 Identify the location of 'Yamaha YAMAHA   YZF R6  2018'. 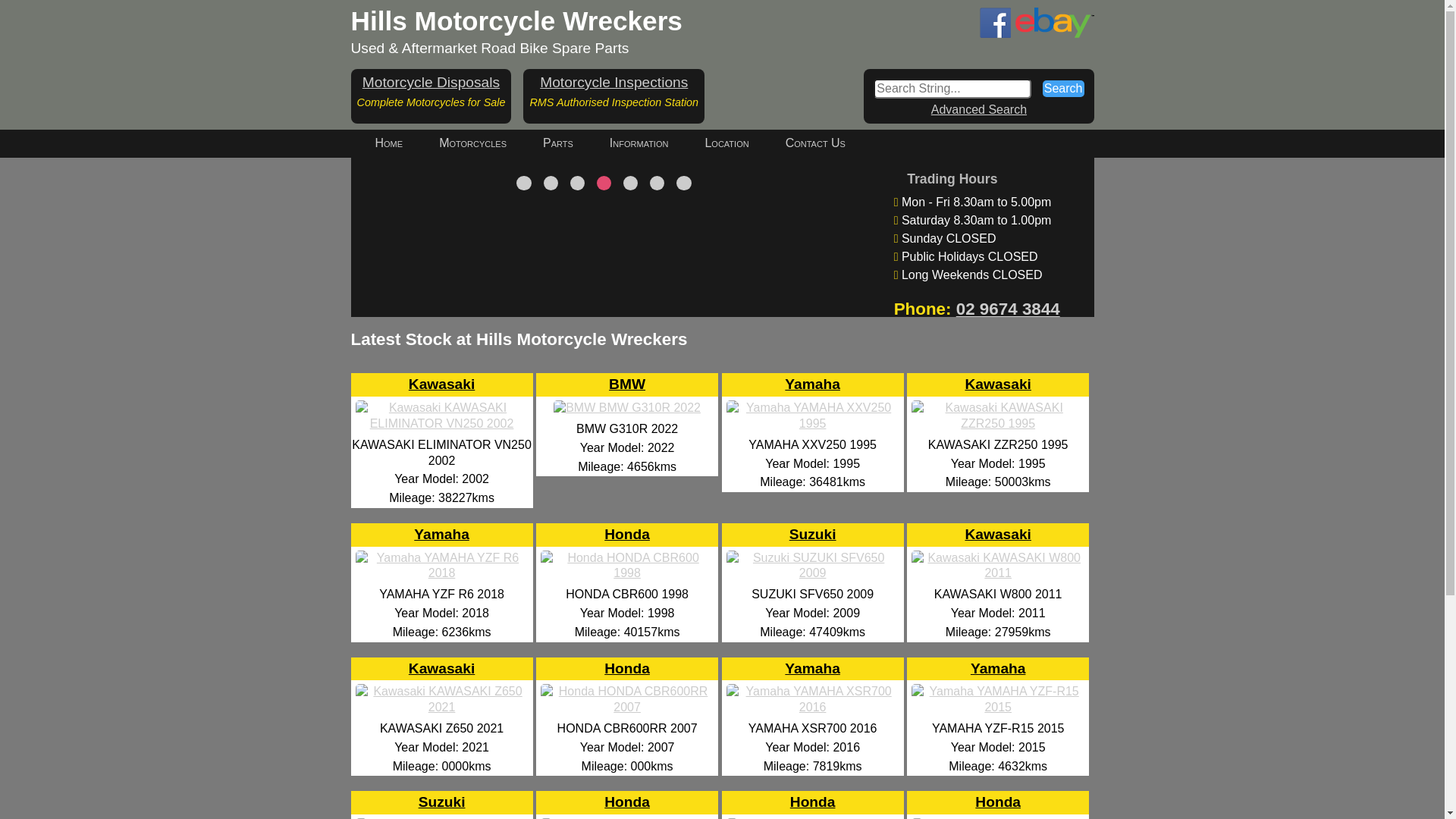
(441, 573).